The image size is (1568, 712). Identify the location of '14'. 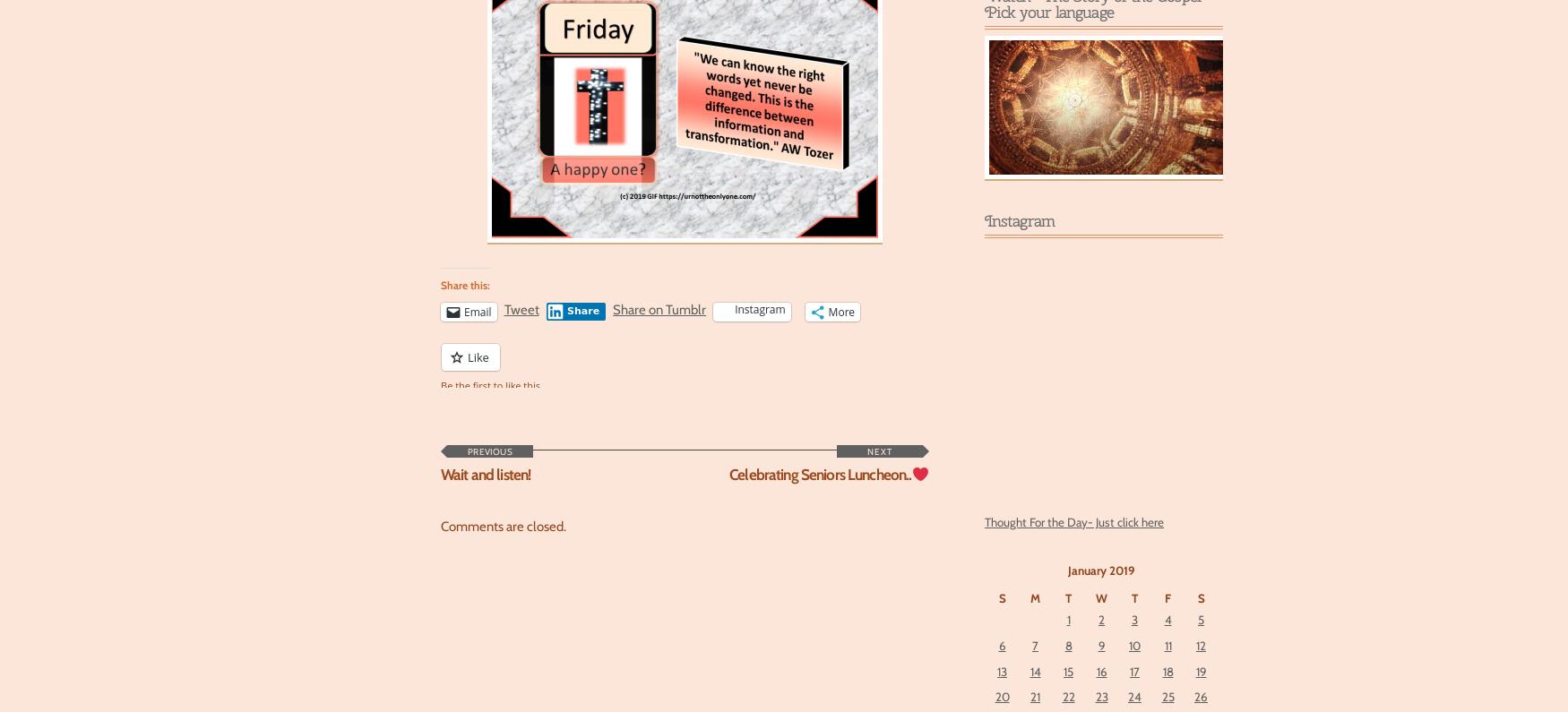
(1034, 669).